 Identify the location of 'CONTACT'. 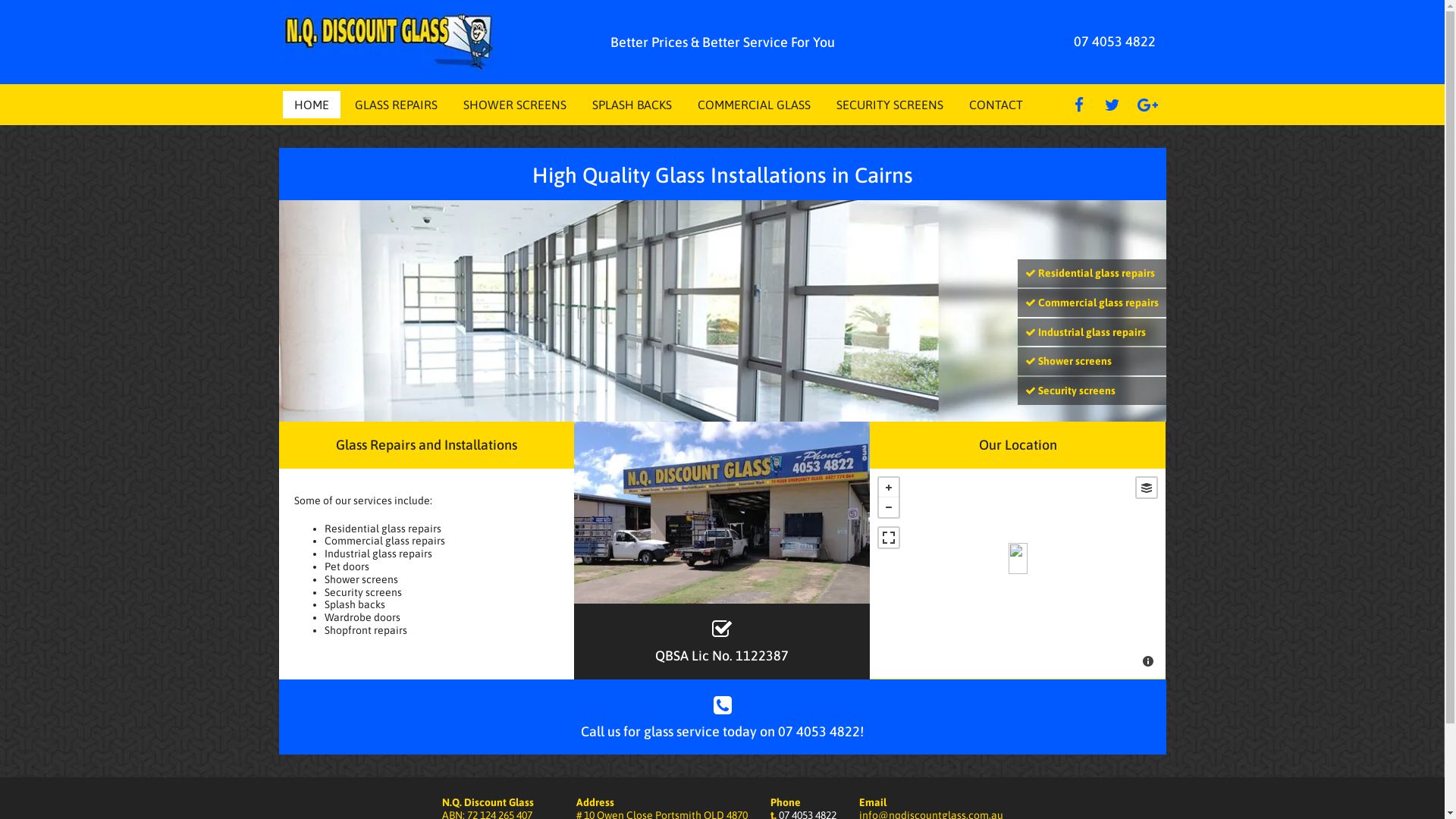
(968, 104).